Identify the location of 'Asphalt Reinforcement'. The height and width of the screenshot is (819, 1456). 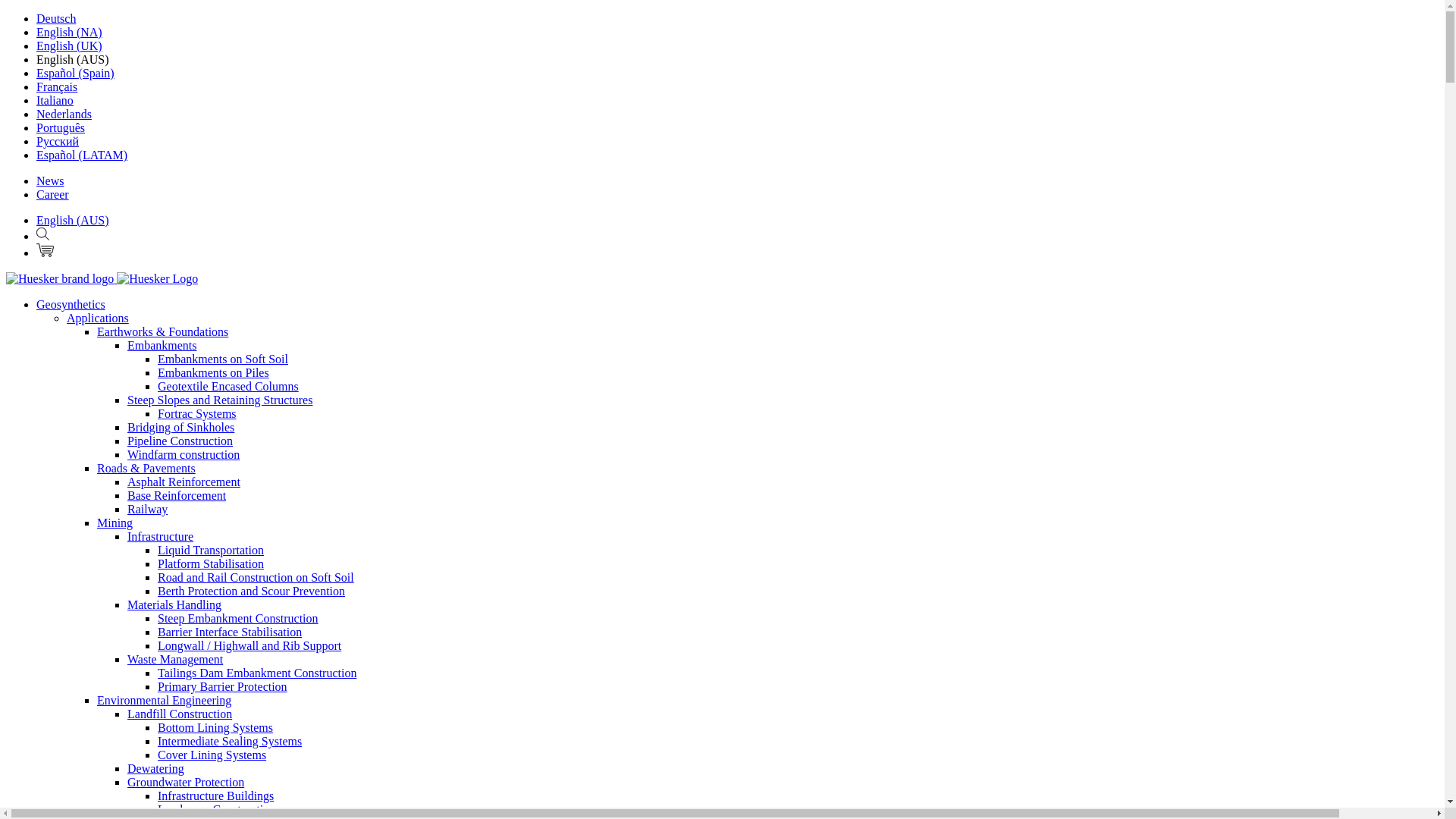
(183, 482).